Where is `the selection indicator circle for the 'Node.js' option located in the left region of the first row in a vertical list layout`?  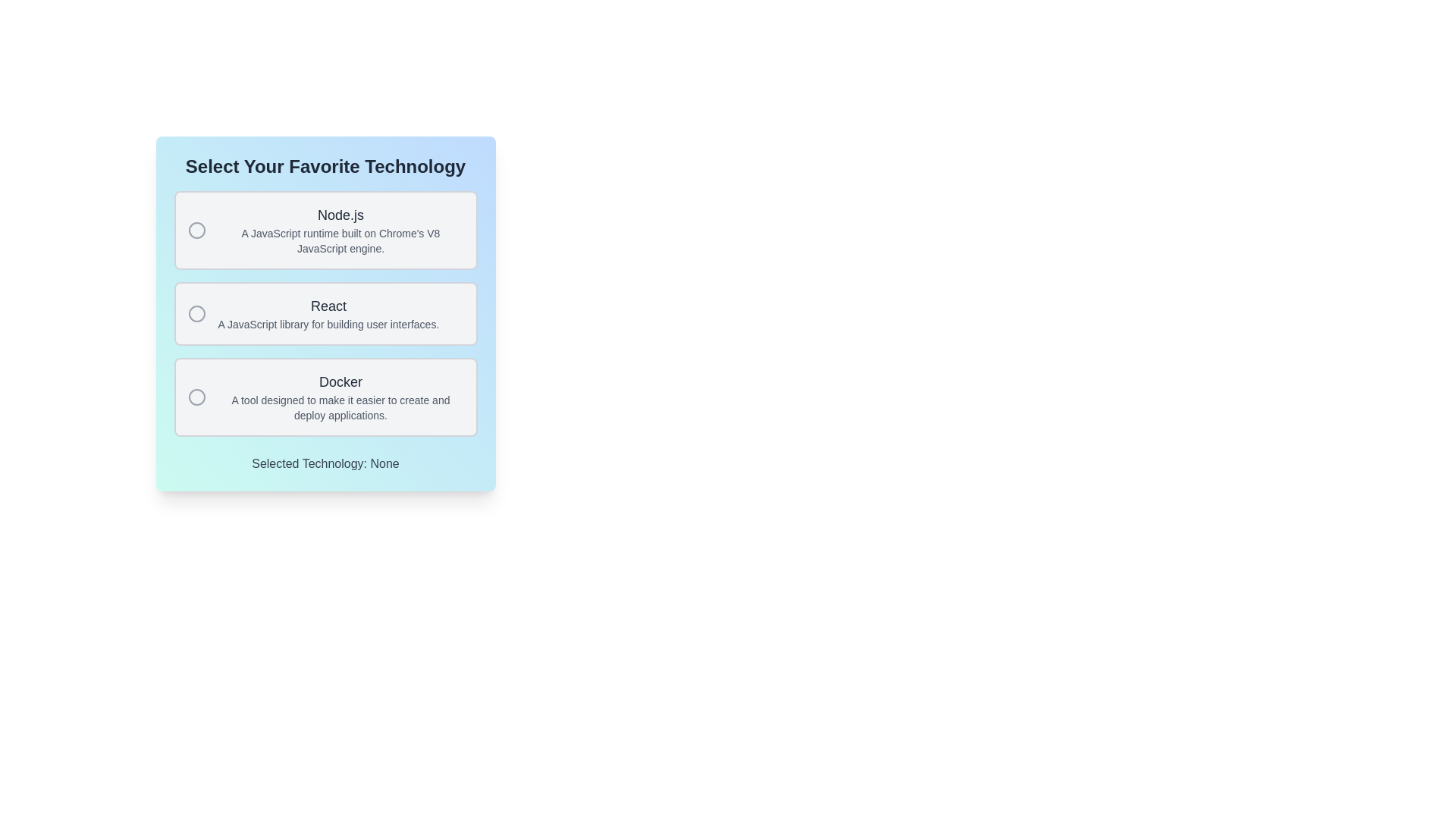 the selection indicator circle for the 'Node.js' option located in the left region of the first row in a vertical list layout is located at coordinates (196, 231).